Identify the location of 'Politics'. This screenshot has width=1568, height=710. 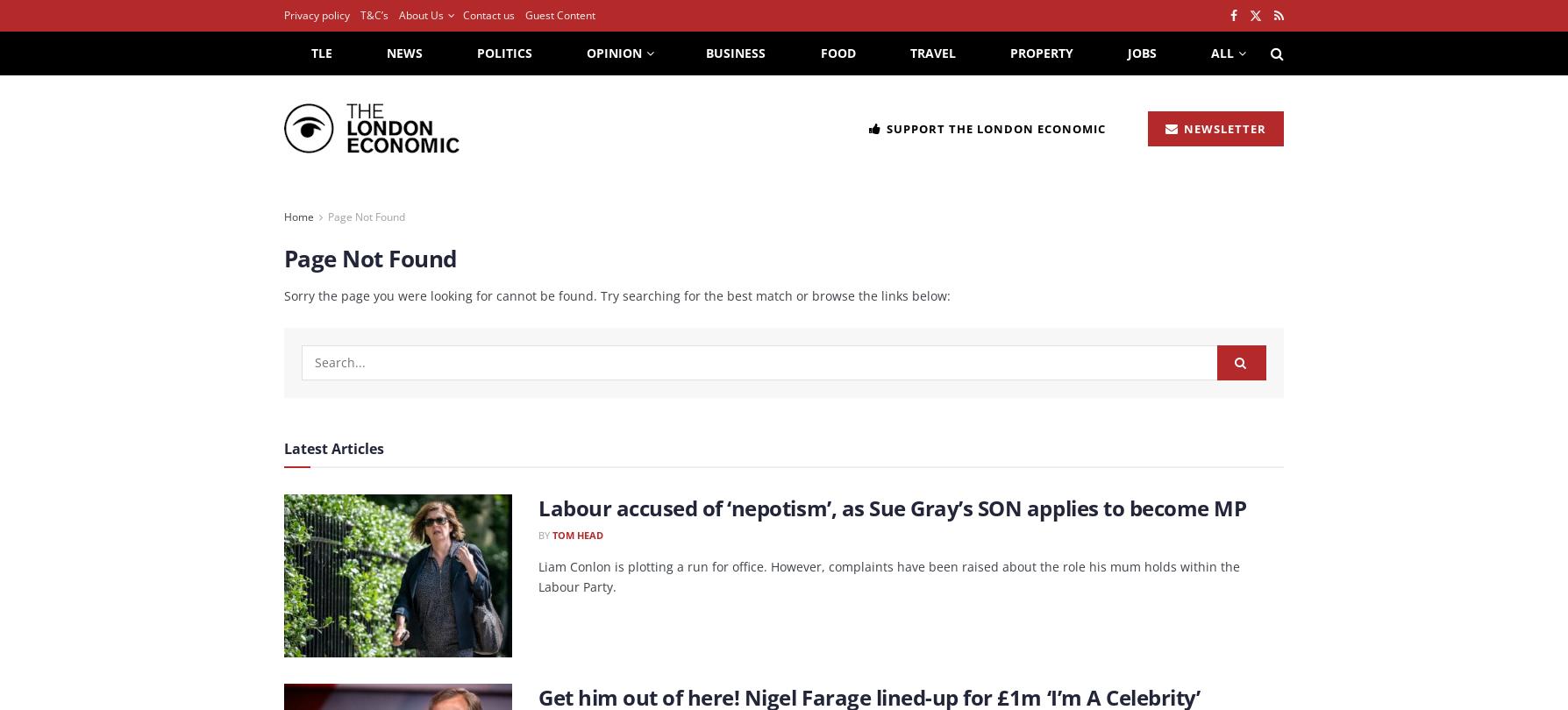
(504, 53).